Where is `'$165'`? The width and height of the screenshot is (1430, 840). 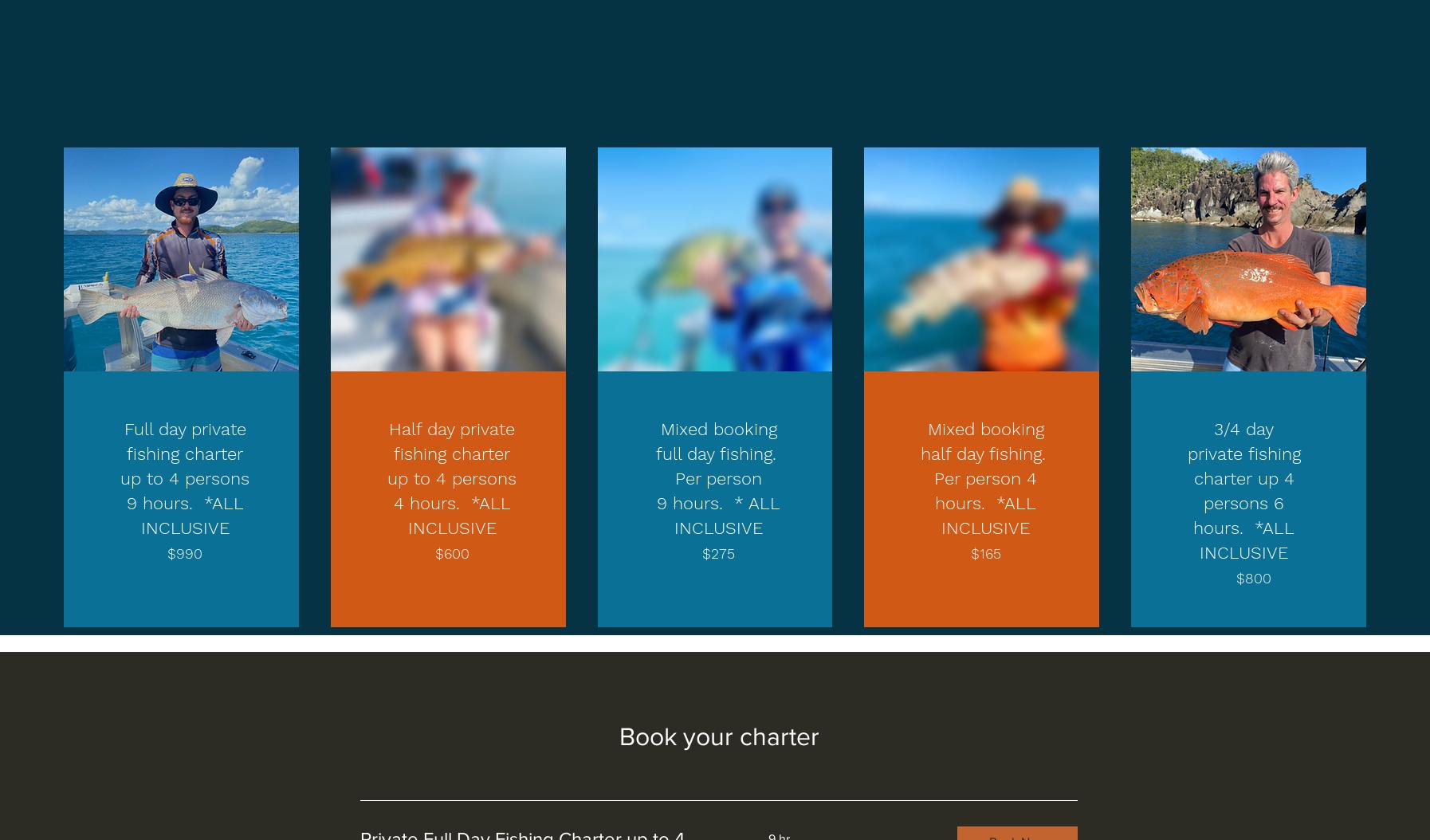 '$165' is located at coordinates (984, 552).